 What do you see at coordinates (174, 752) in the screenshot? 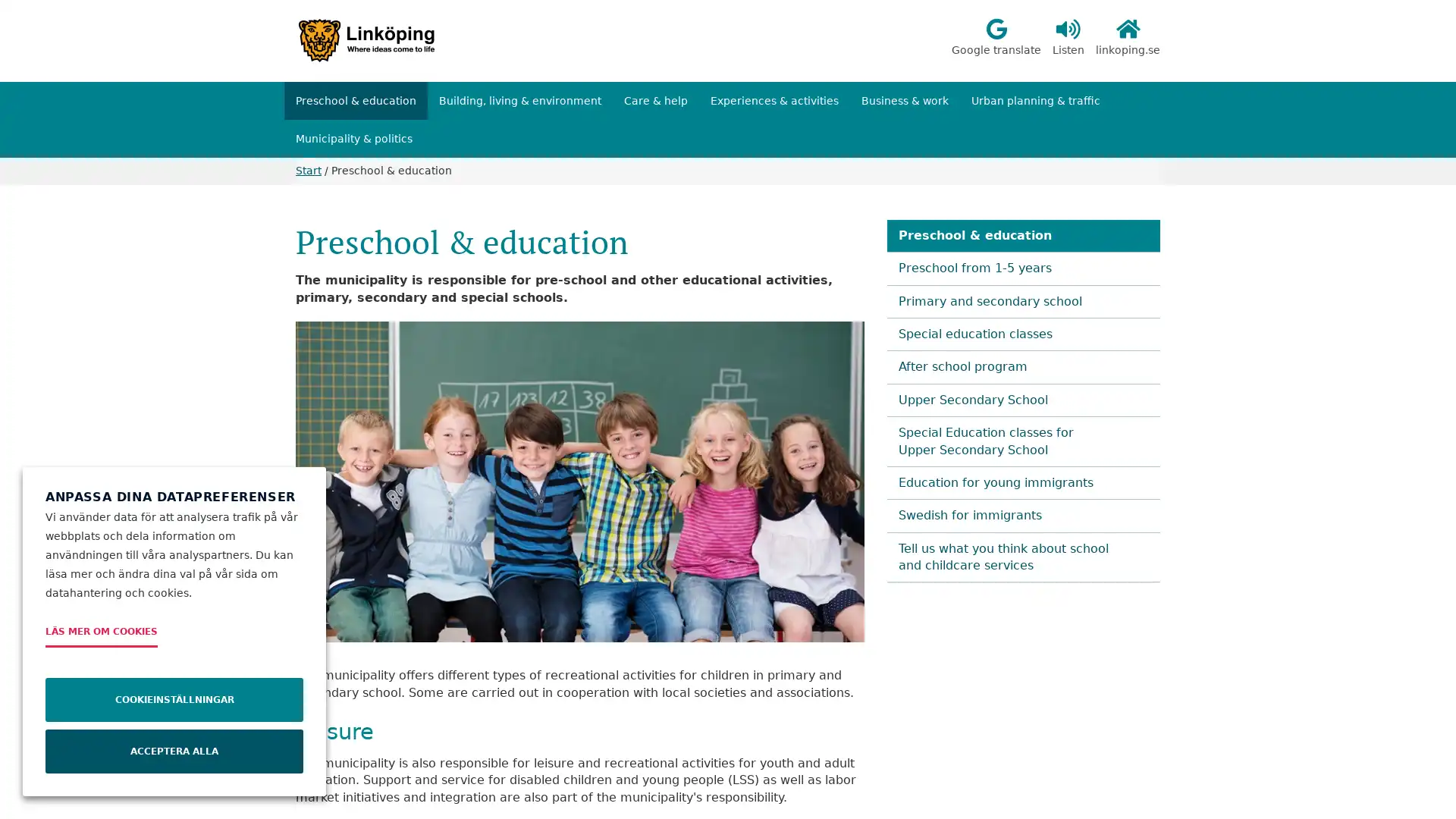
I see `ACCEPTERA ALLA` at bounding box center [174, 752].